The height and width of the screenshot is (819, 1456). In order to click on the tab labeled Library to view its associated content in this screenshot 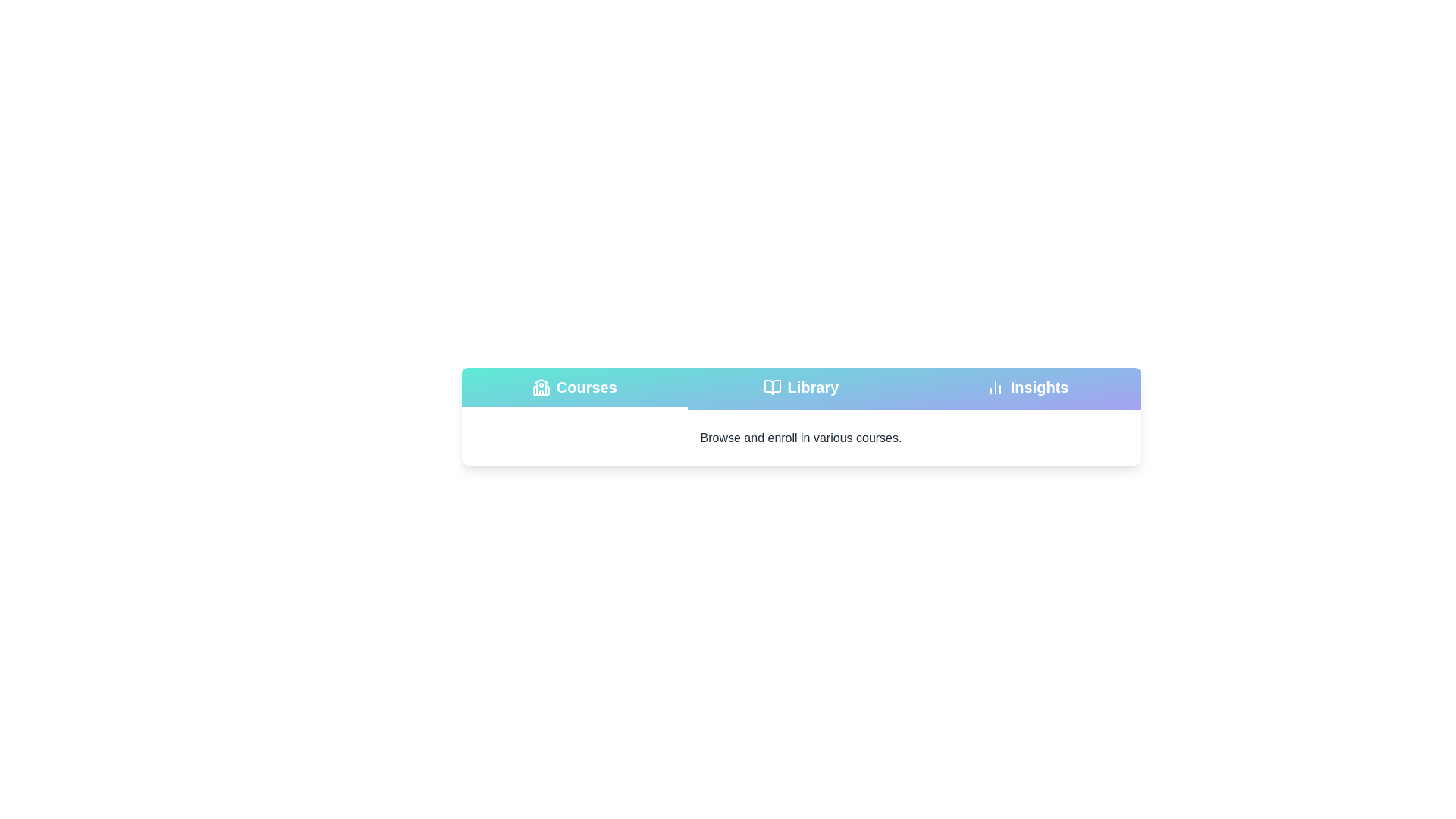, I will do `click(800, 388)`.